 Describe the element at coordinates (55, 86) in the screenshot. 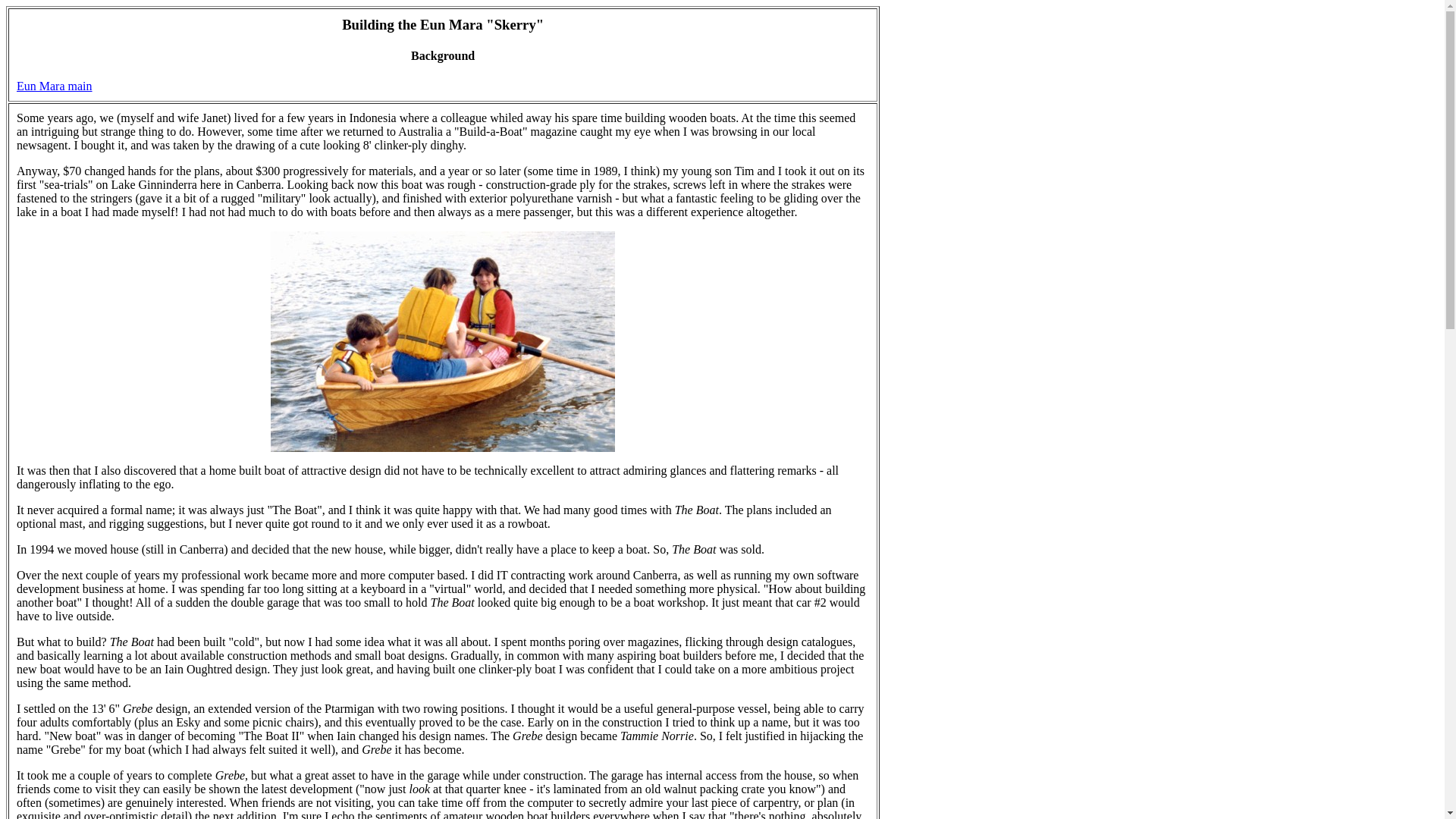

I see `'Eun Mara main'` at that location.